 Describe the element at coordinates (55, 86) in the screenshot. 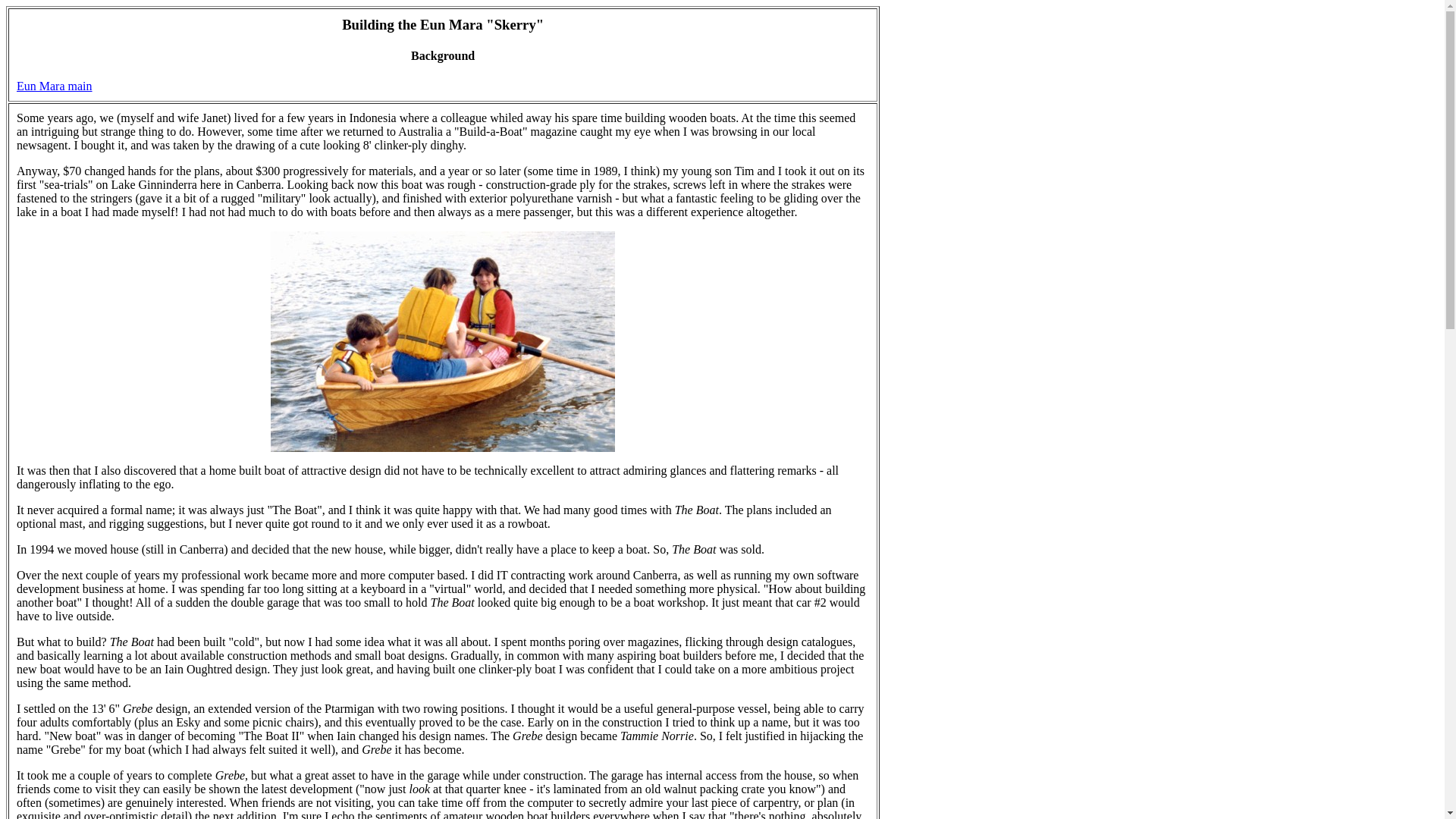

I see `'Eun Mara main'` at that location.